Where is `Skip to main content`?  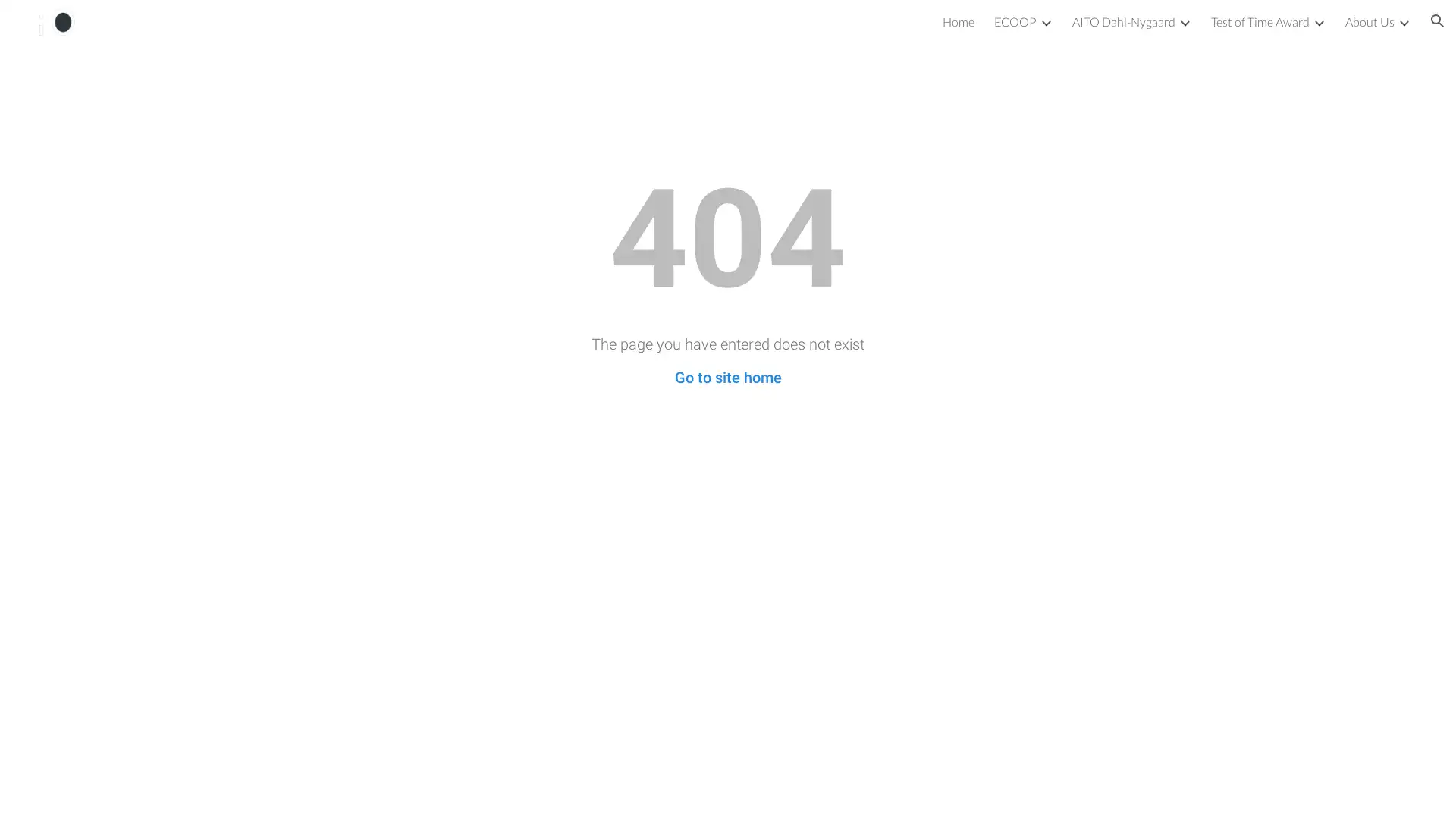 Skip to main content is located at coordinates (597, 28).